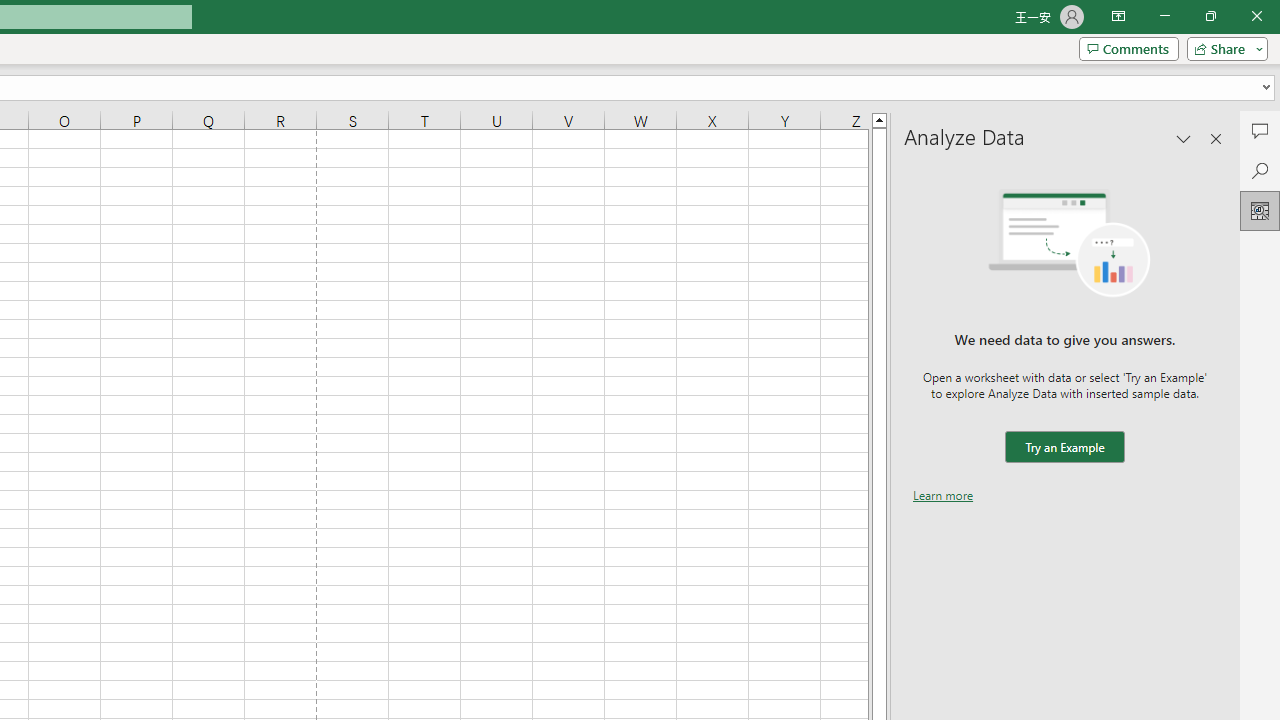  Describe the element at coordinates (1259, 170) in the screenshot. I see `'Search'` at that location.